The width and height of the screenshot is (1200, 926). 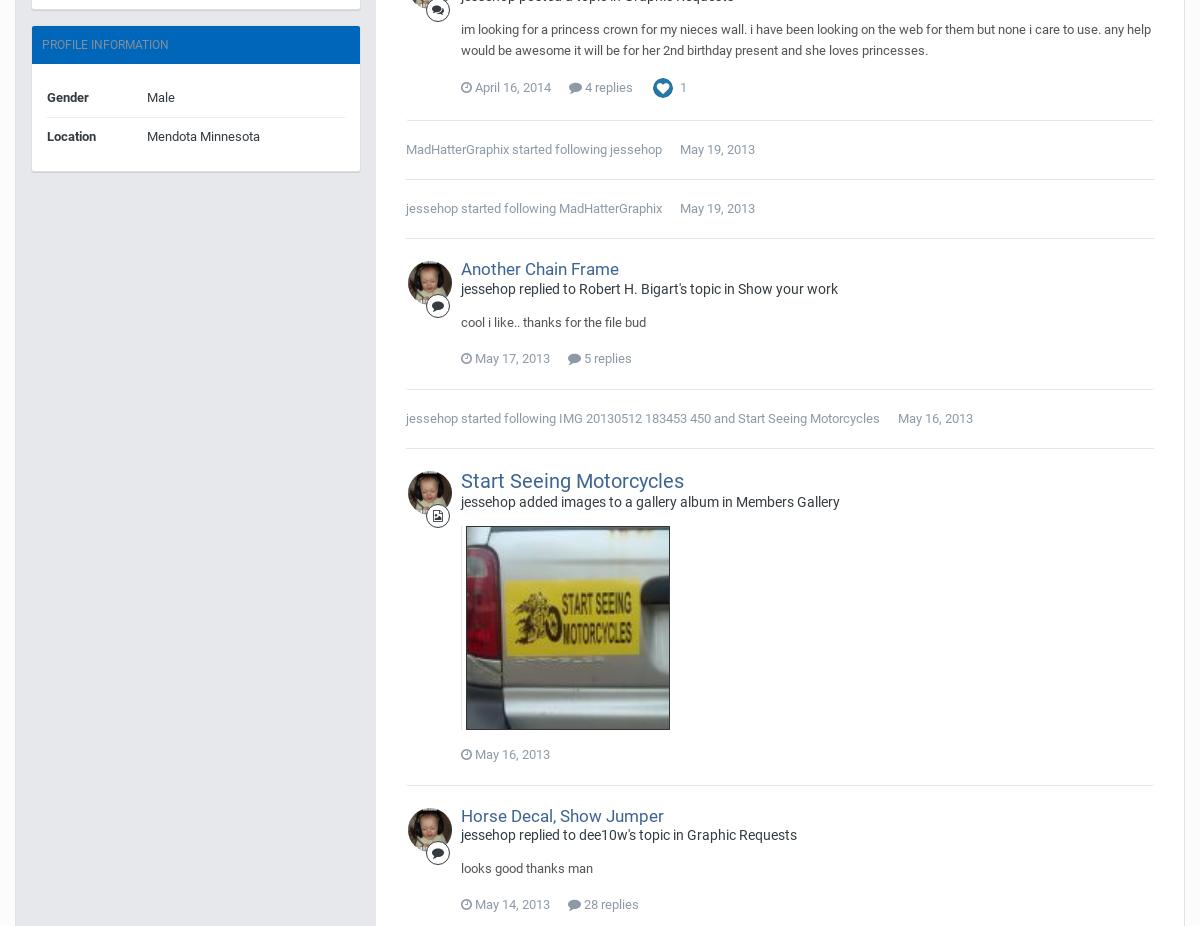 What do you see at coordinates (787, 287) in the screenshot?
I see `'Show your work'` at bounding box center [787, 287].